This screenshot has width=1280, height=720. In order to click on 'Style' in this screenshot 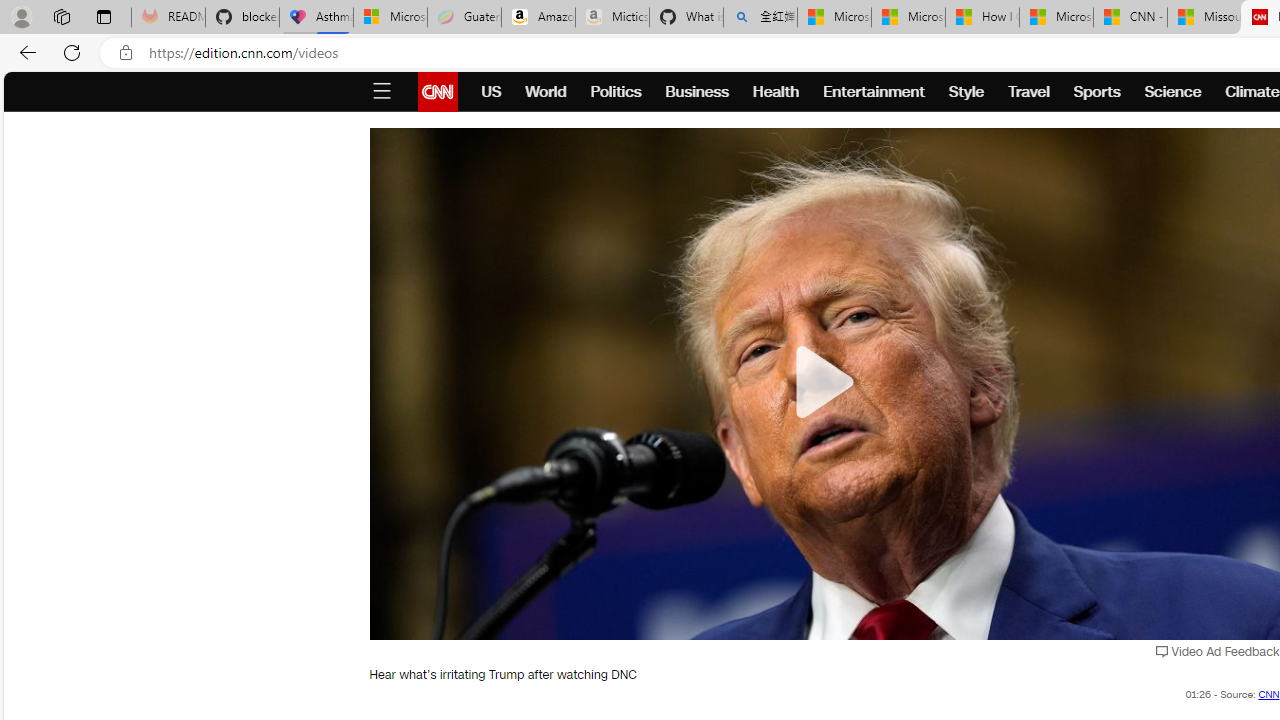, I will do `click(967, 92)`.